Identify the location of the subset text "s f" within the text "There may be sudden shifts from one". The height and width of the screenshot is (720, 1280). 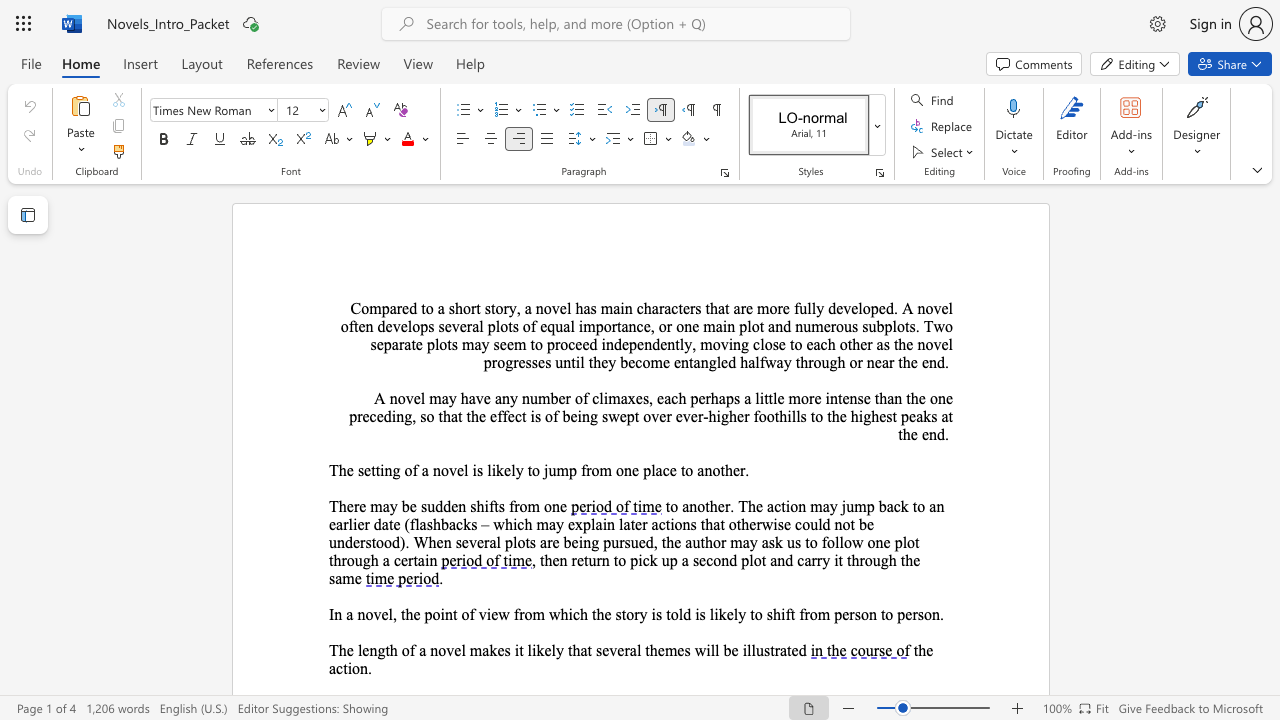
(498, 505).